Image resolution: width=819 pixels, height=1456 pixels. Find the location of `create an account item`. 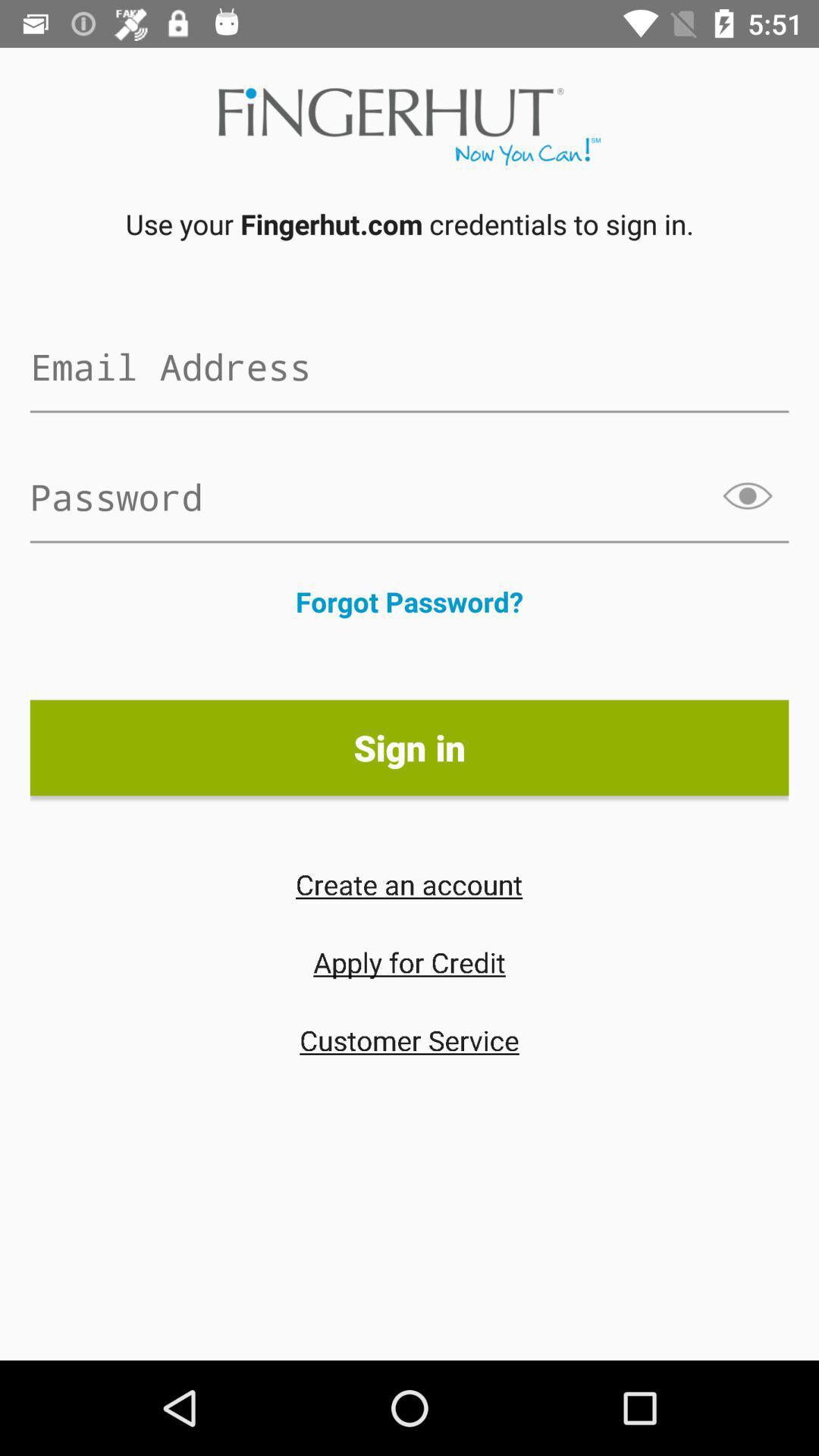

create an account item is located at coordinates (408, 884).